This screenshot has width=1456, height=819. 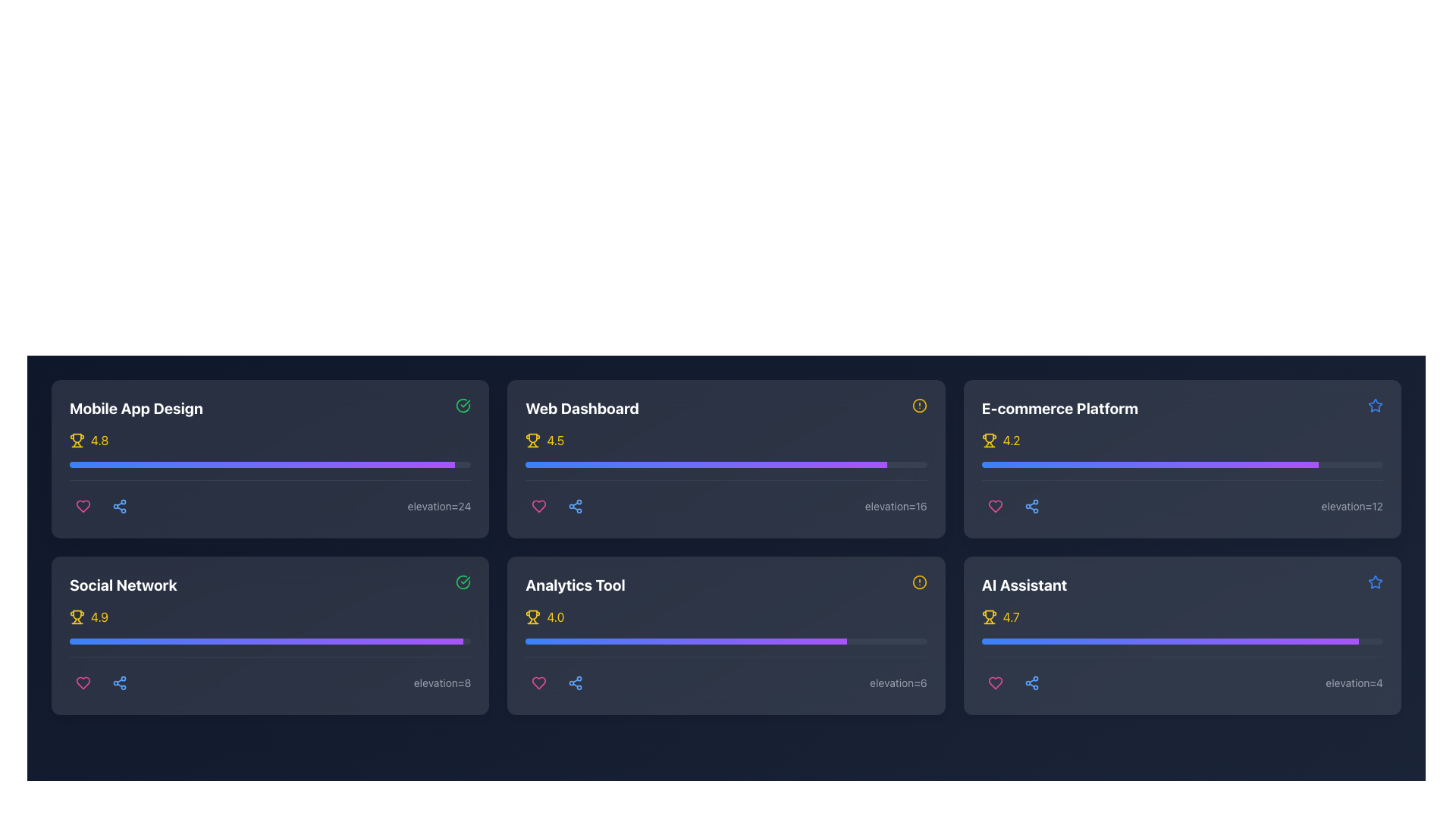 I want to click on the alert icon located at the top right corner of the 'Web Dashboard' card, adjacent to the title text 'Web Dashboard', so click(x=918, y=405).